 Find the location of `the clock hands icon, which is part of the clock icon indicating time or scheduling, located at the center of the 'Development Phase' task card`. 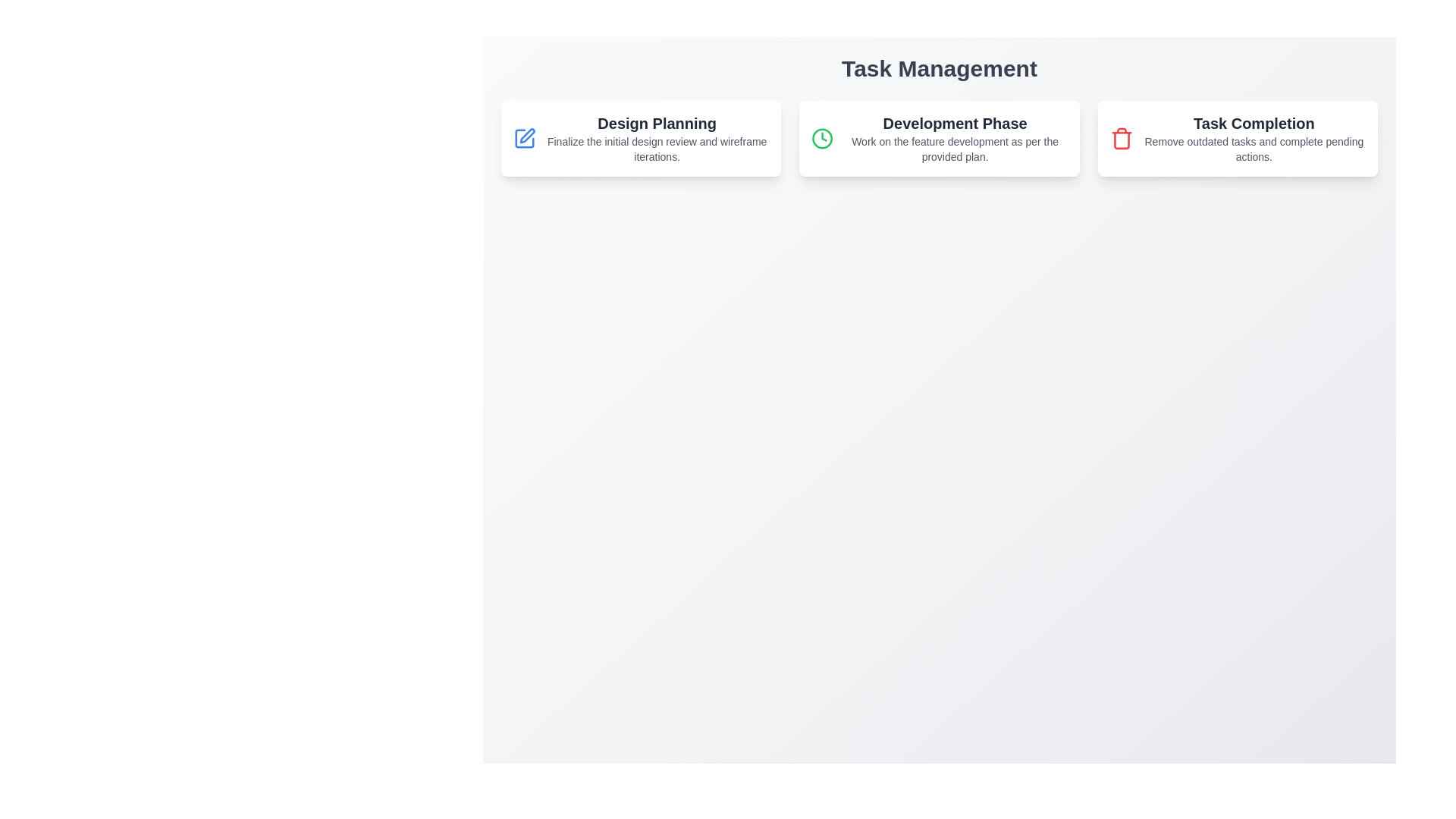

the clock hands icon, which is part of the clock icon indicating time or scheduling, located at the center of the 'Development Phase' task card is located at coordinates (824, 136).